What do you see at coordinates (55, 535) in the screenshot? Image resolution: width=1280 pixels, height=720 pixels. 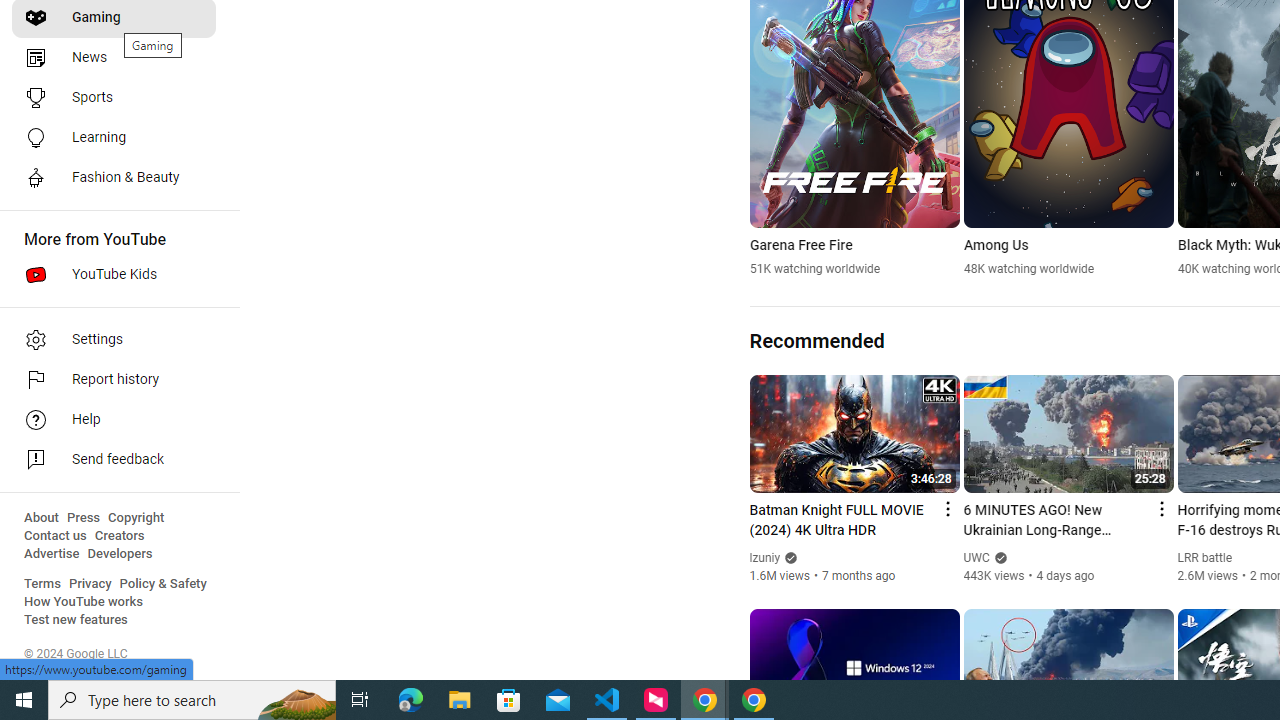 I see `'Contact us'` at bounding box center [55, 535].